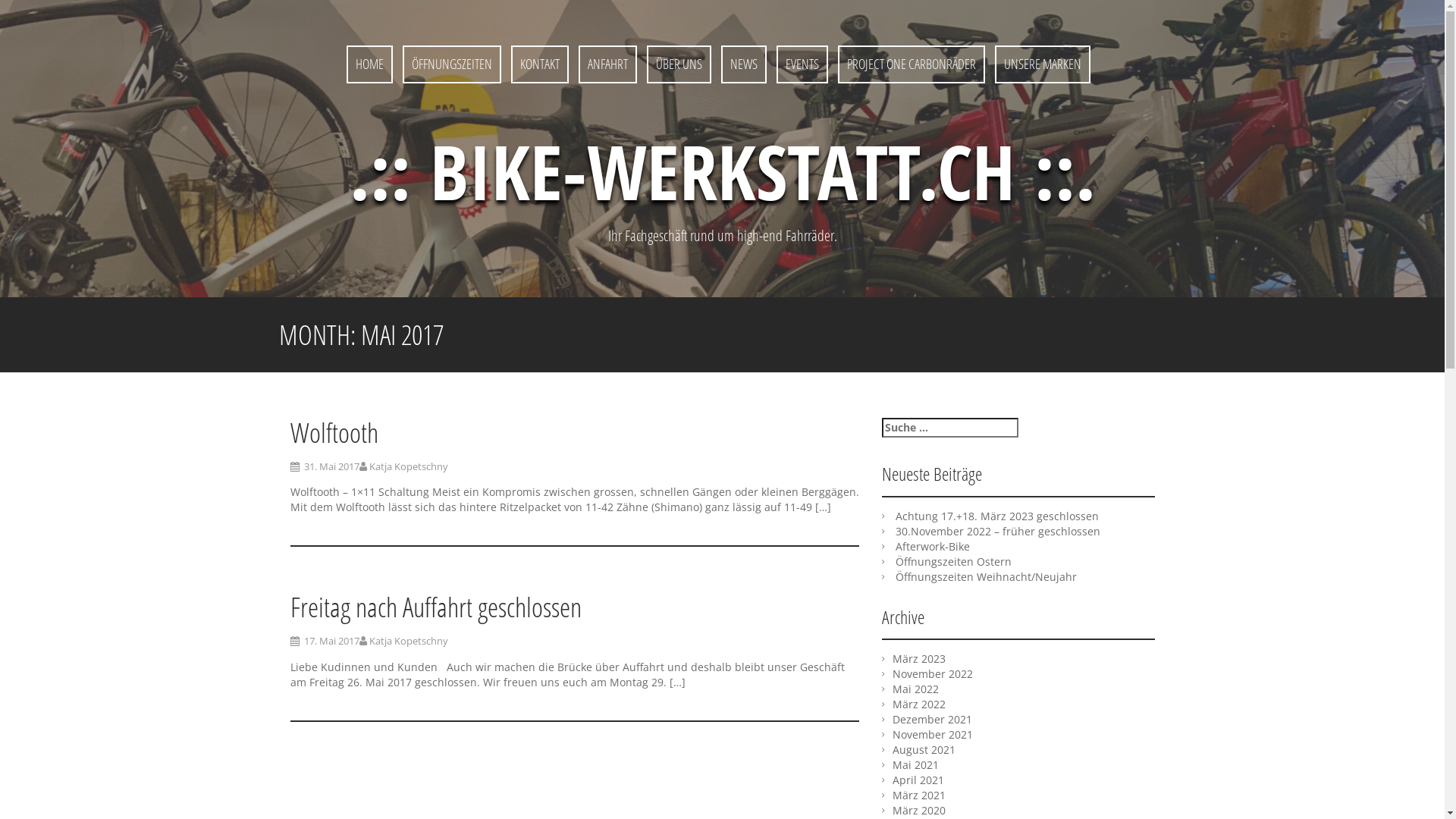 This screenshot has width=1456, height=819. I want to click on 'Afterwork-Bike', so click(930, 546).